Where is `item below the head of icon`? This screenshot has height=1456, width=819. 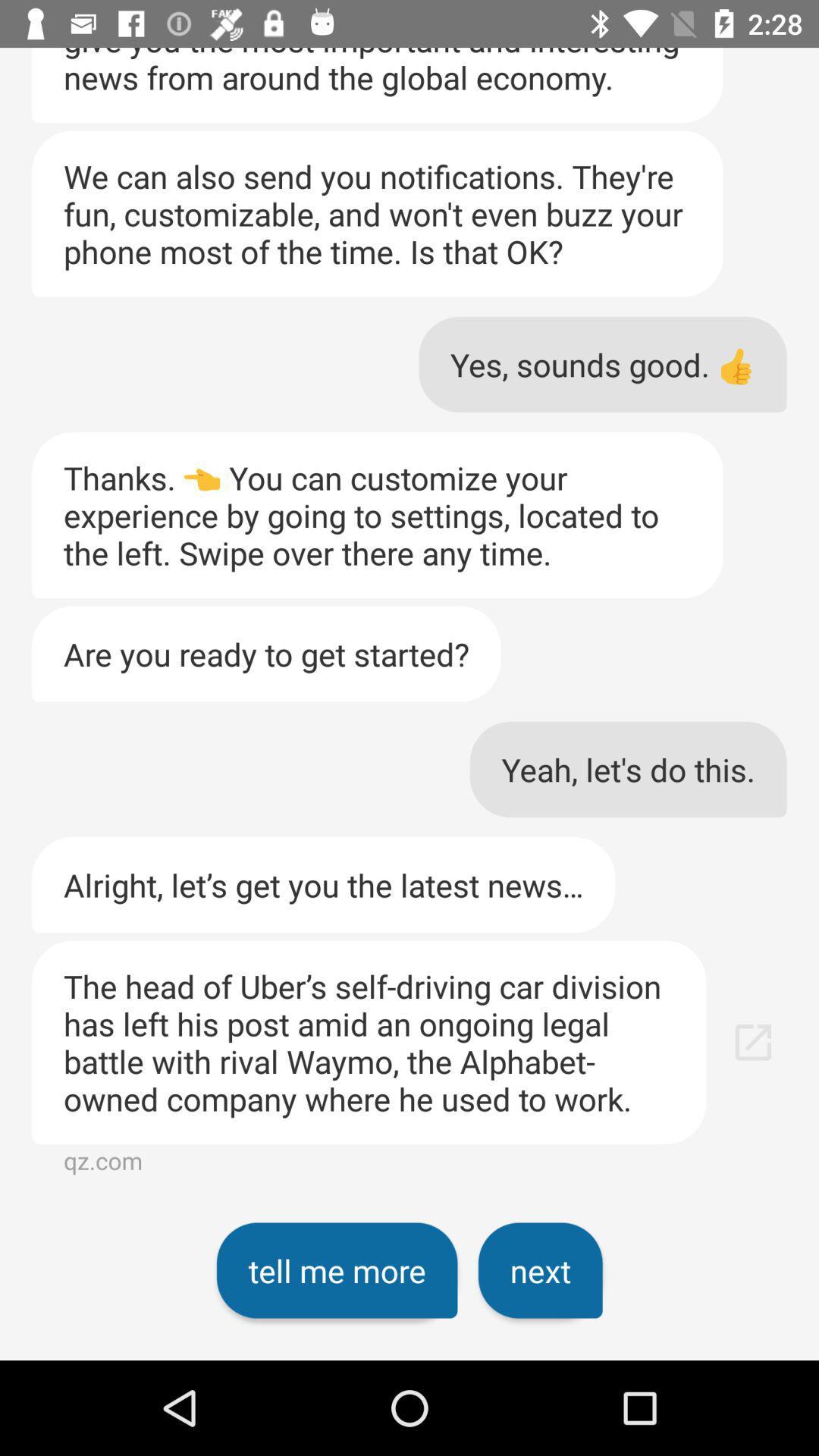
item below the head of icon is located at coordinates (336, 1270).